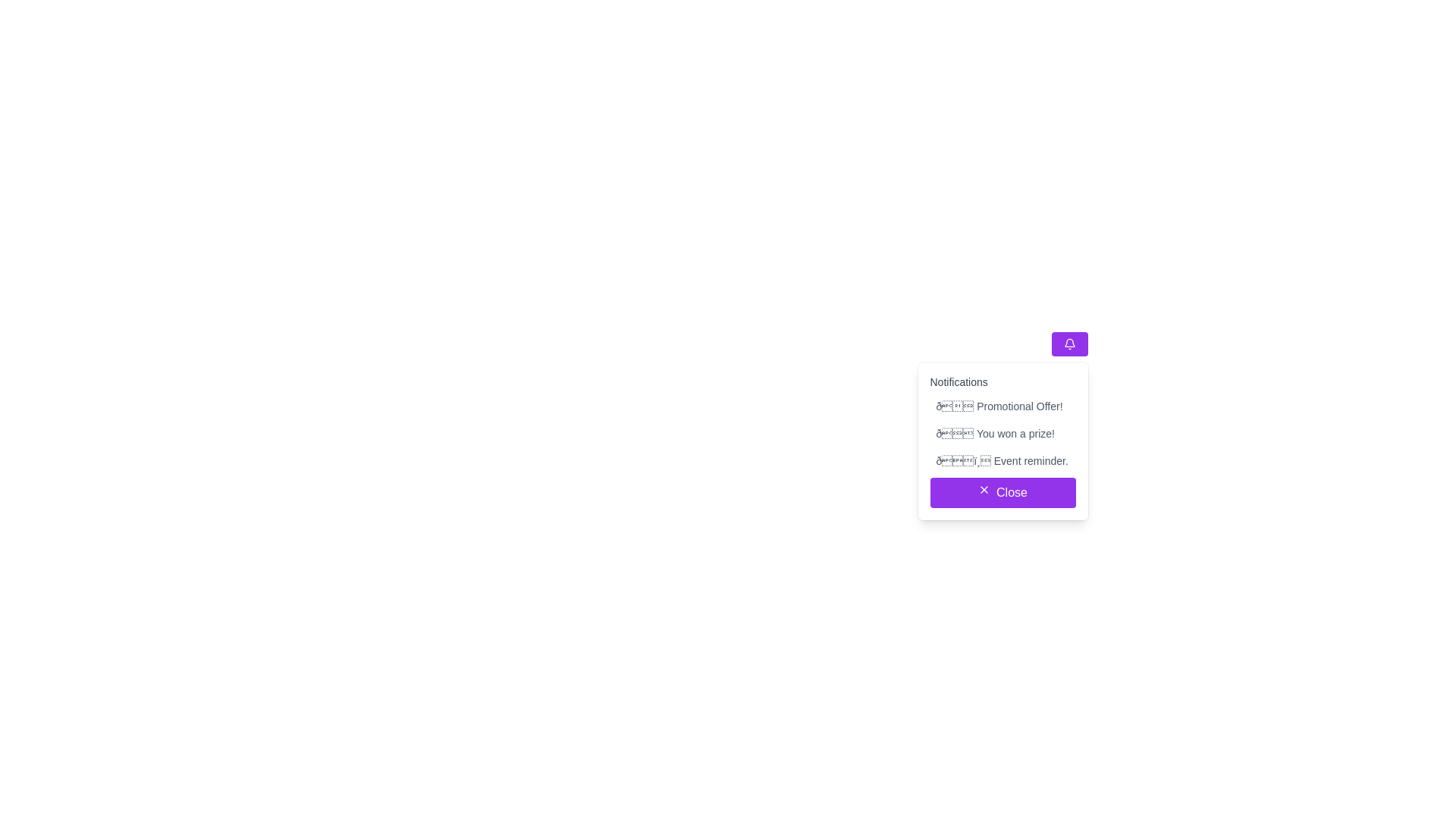 The width and height of the screenshot is (1456, 819). What do you see at coordinates (1068, 344) in the screenshot?
I see `the Icon button located within the purple button at the top-right corner of the notification card` at bounding box center [1068, 344].